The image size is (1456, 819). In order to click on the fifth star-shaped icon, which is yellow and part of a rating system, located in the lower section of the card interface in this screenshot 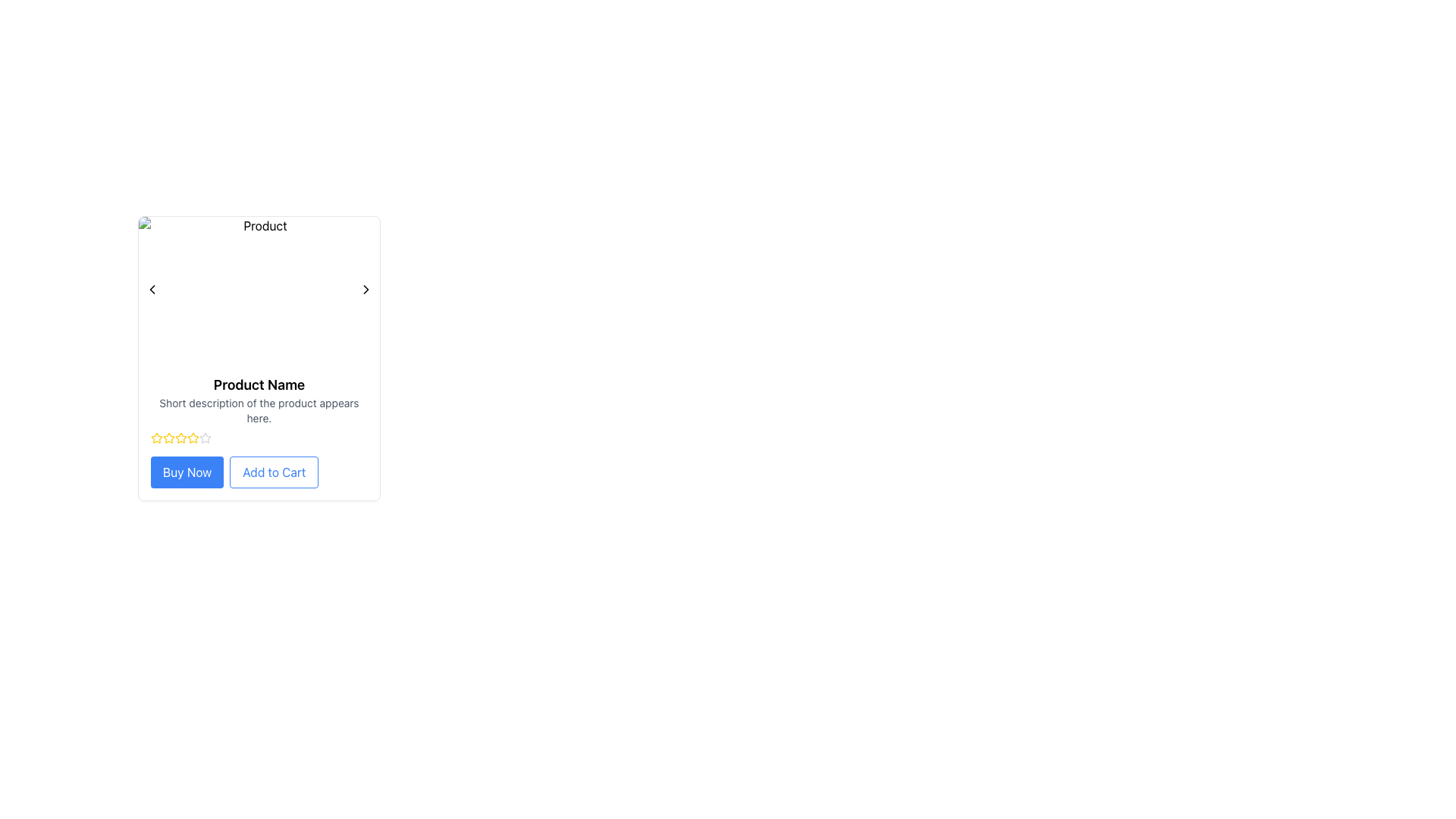, I will do `click(181, 438)`.